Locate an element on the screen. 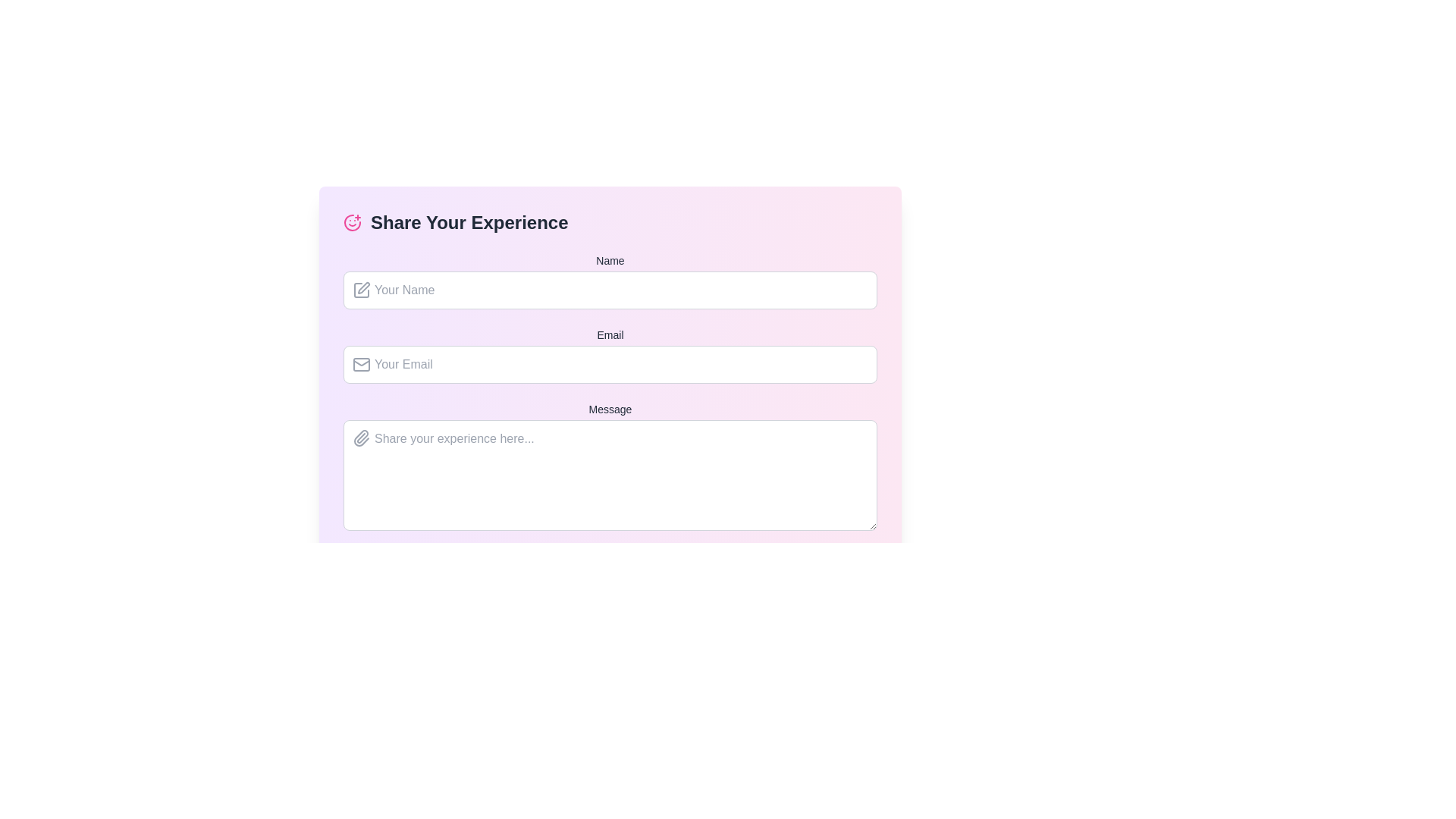 The width and height of the screenshot is (1456, 819). the gray pen and square icon located to the left of the 'Your Name' input field, which is vertically centered with the field is located at coordinates (360, 290).